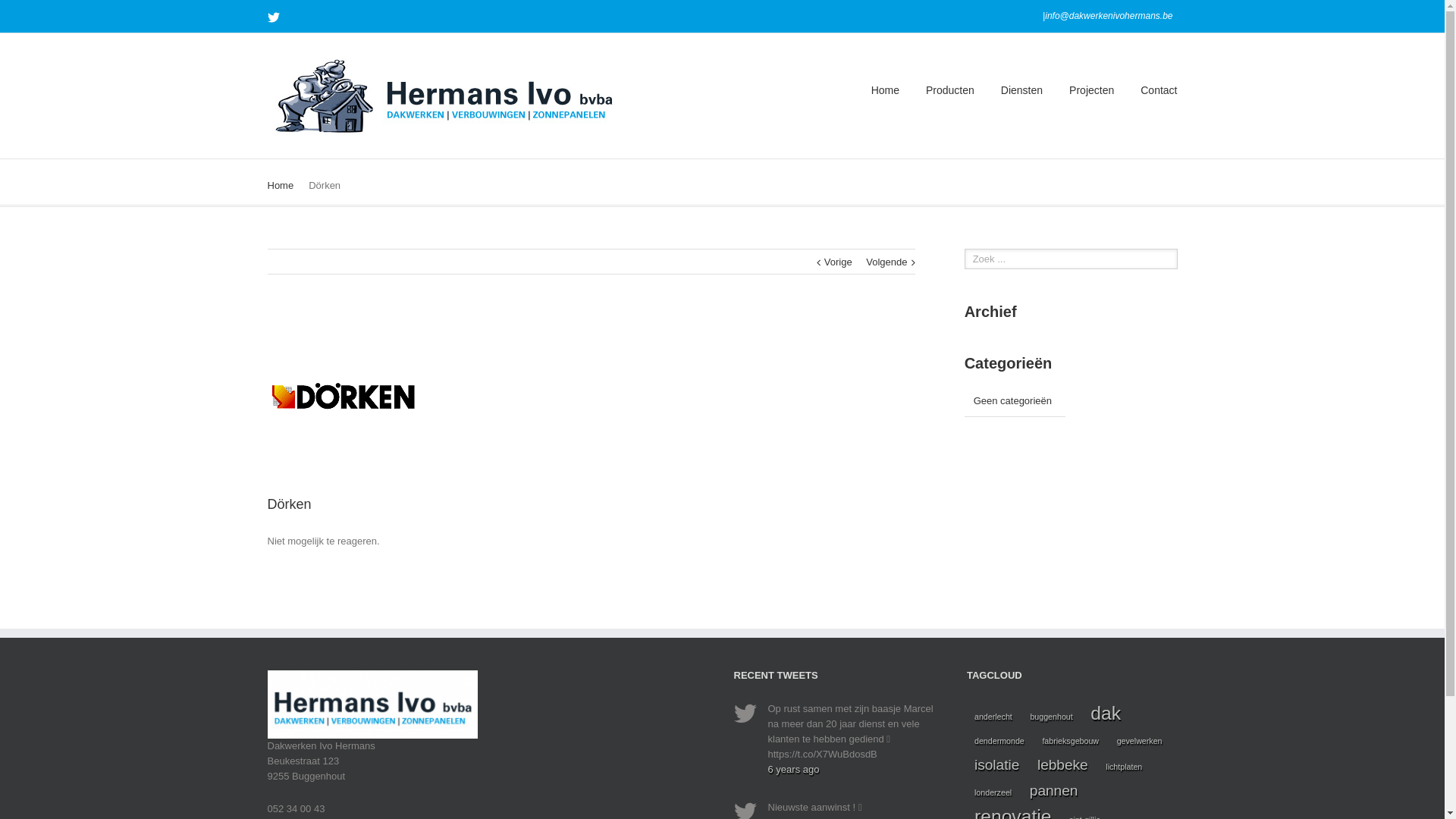 The width and height of the screenshot is (1456, 819). Describe the element at coordinates (1022, 717) in the screenshot. I see `'buggenhout'` at that location.